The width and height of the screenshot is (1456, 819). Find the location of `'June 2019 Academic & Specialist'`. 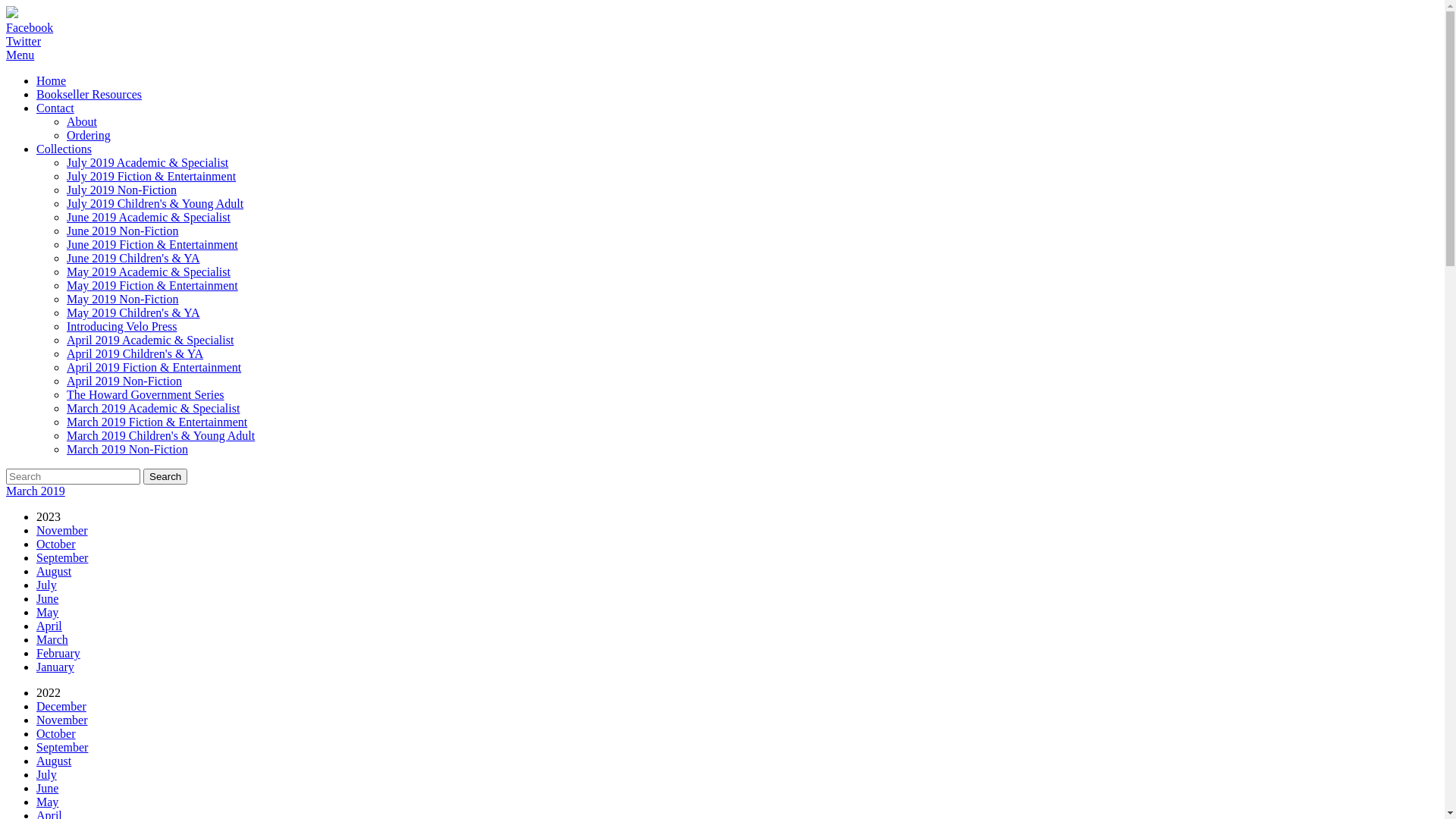

'June 2019 Academic & Specialist' is located at coordinates (65, 217).